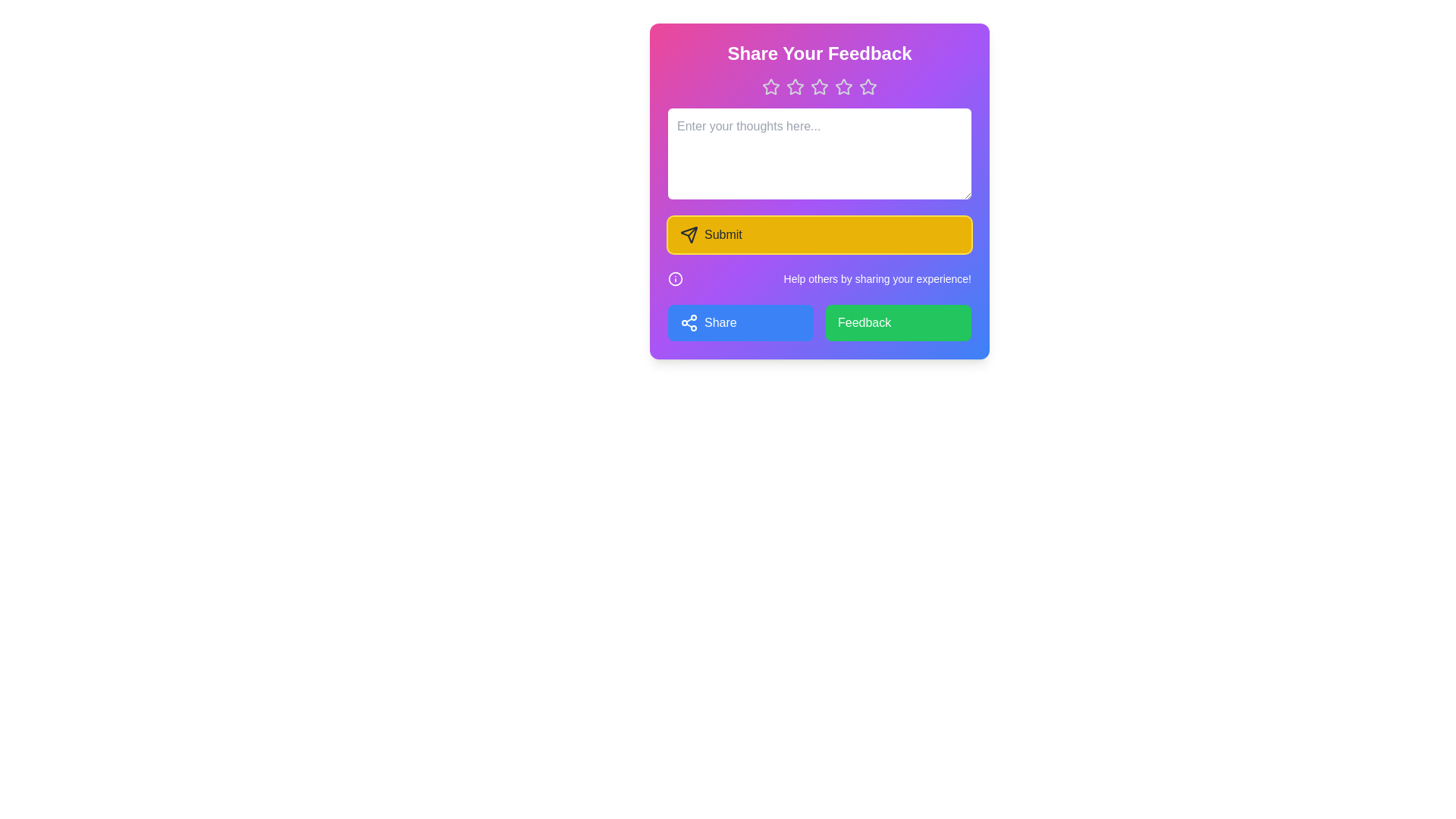  What do you see at coordinates (771, 87) in the screenshot?
I see `the leftmost star-shaped rating icon in the feedback form panel` at bounding box center [771, 87].